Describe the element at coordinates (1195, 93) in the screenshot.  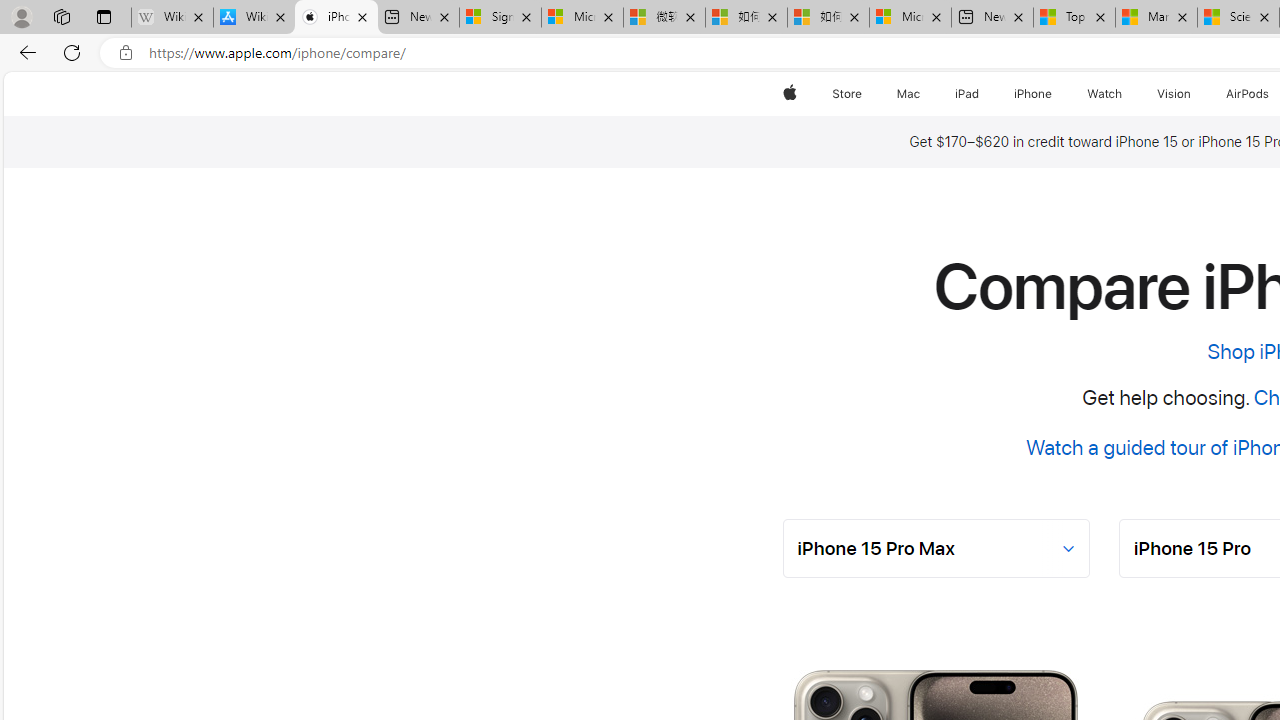
I see `'Class: globalnav-submenu-trigger-item'` at that location.